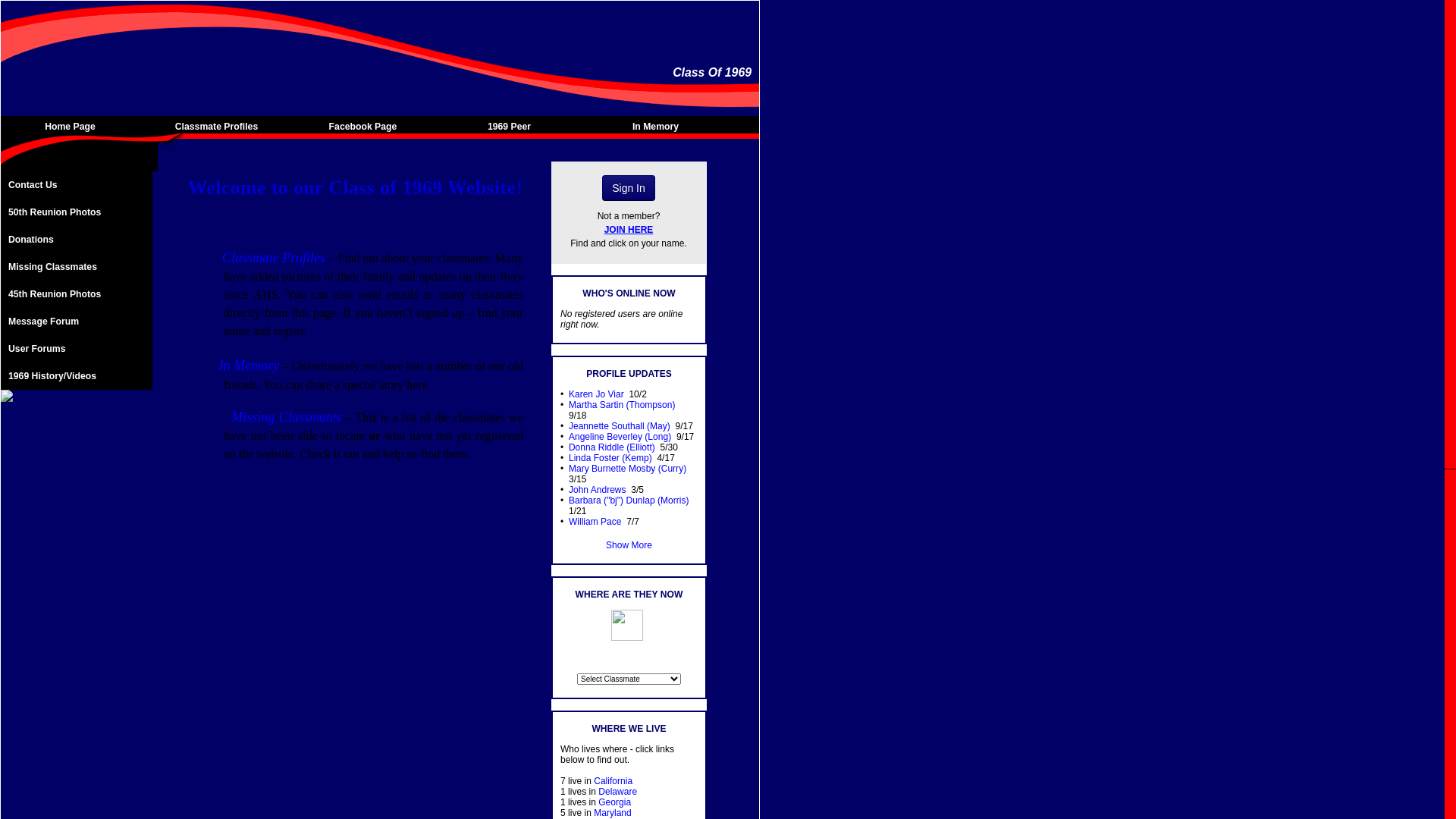 Image resolution: width=1456 pixels, height=819 pixels. Describe the element at coordinates (0, 212) in the screenshot. I see `'50th Reunion Photos'` at that location.